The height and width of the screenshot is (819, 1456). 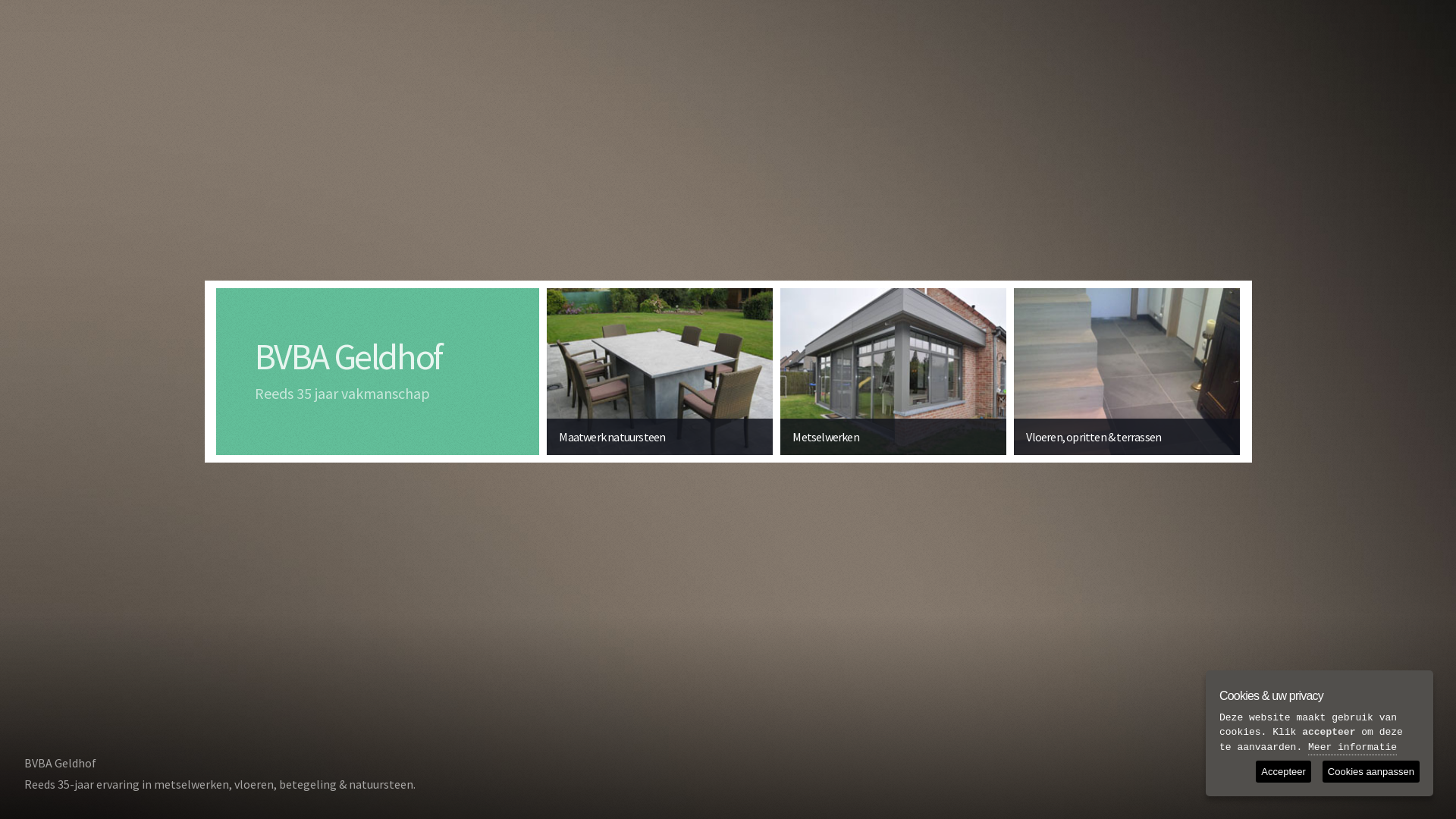 What do you see at coordinates (1398, 783) in the screenshot?
I see `'digital roads'` at bounding box center [1398, 783].